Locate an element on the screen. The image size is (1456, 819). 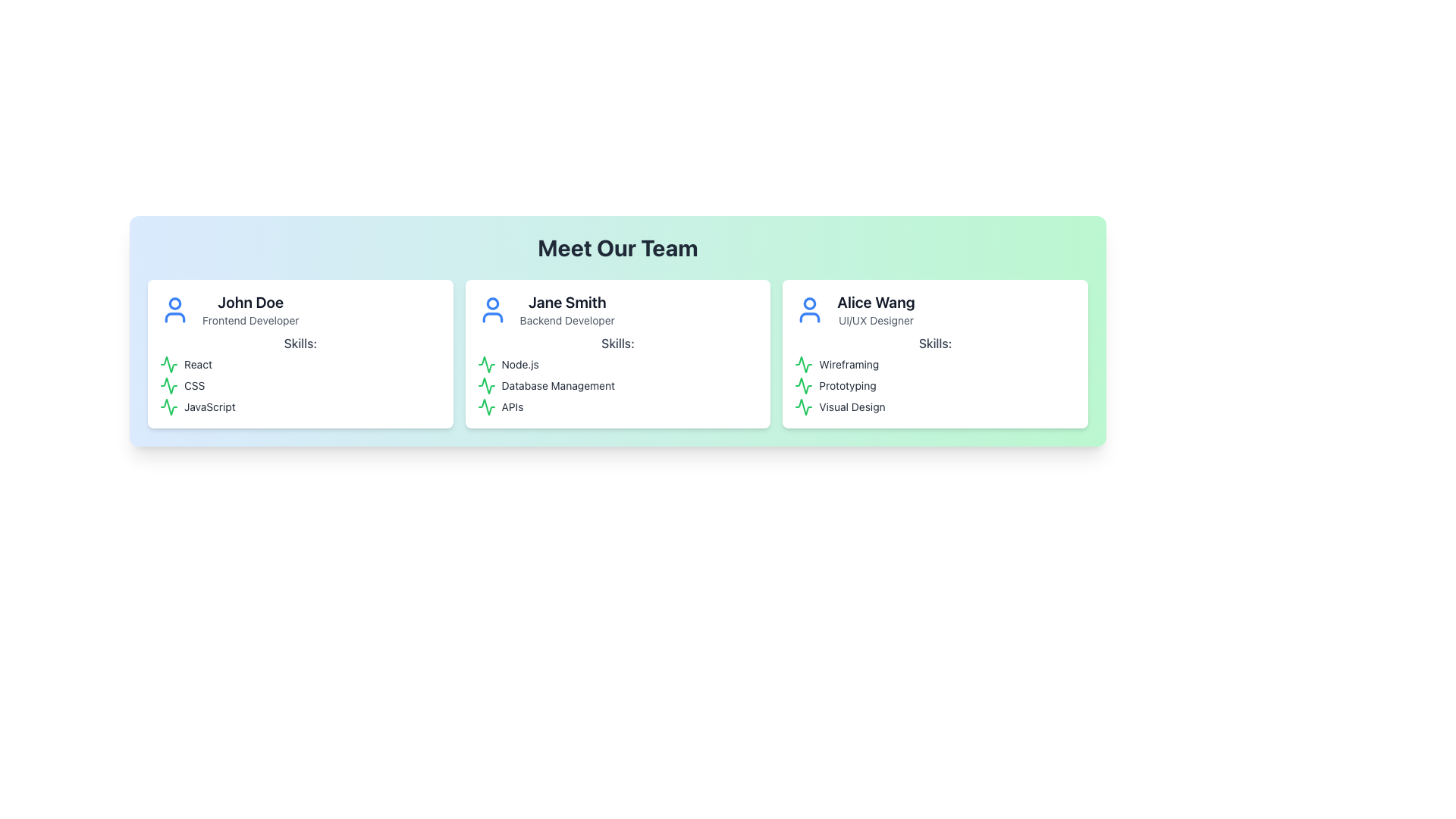
the text element reading 'Jane Smith', which is bold and emphasized at the top of the middle card in a team member list is located at coordinates (566, 302).